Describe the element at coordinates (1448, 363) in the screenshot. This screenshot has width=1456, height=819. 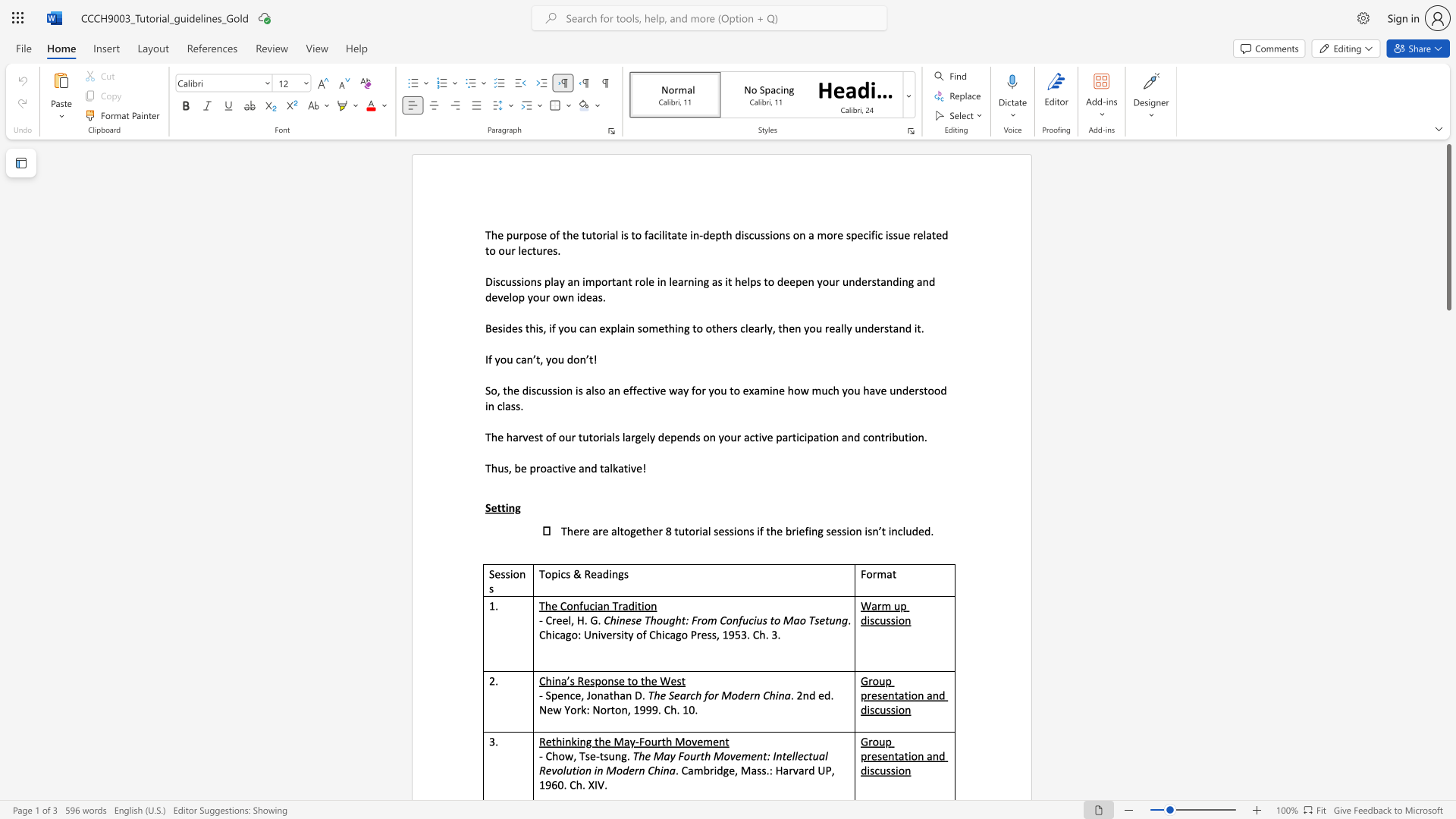
I see `the right-hand scrollbar to descend the page` at that location.